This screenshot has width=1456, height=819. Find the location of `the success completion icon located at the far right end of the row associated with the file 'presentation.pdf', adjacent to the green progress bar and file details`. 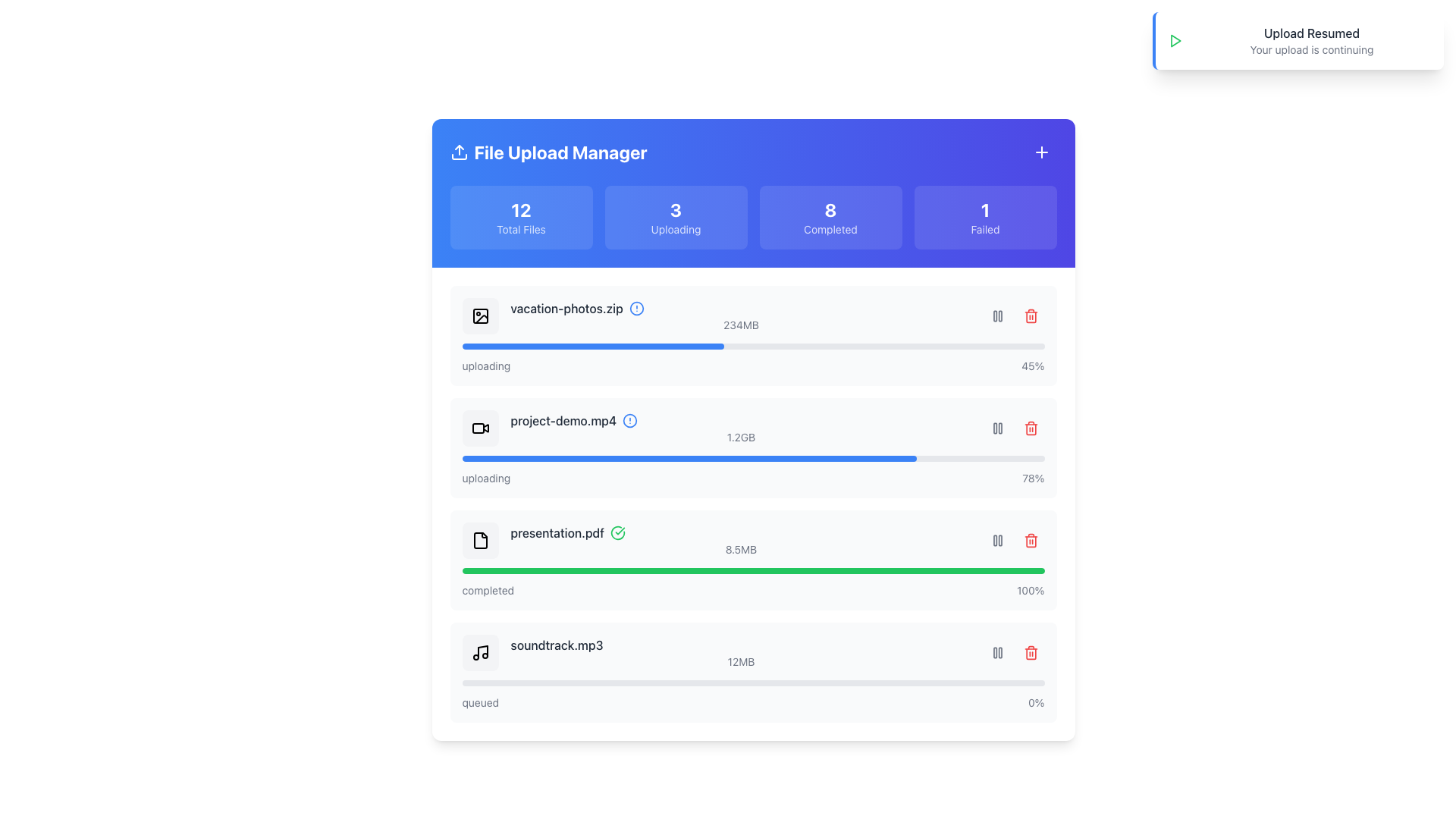

the success completion icon located at the far right end of the row associated with the file 'presentation.pdf', adjacent to the green progress bar and file details is located at coordinates (618, 532).